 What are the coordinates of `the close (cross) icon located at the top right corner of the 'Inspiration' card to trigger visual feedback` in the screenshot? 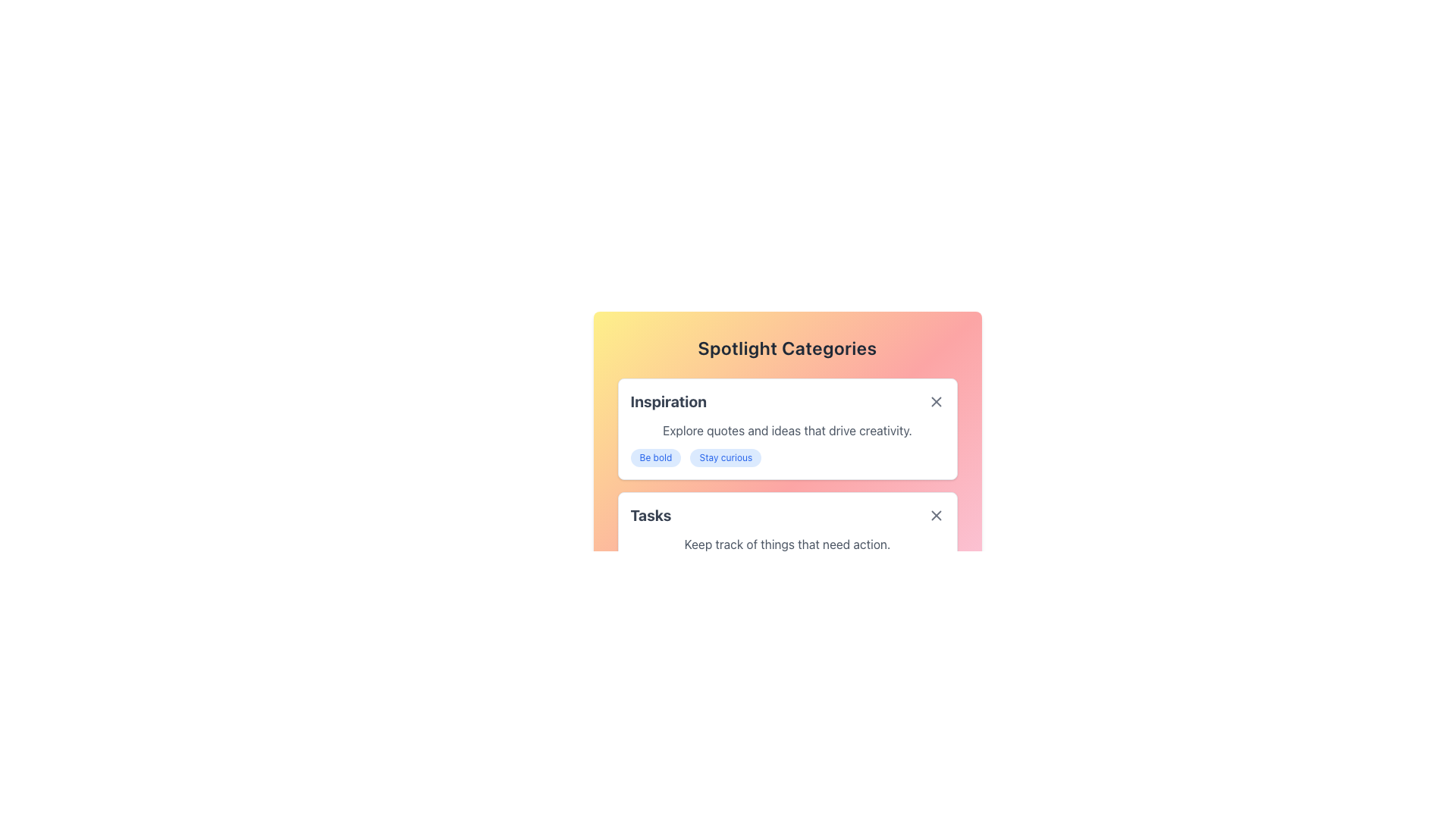 It's located at (935, 400).